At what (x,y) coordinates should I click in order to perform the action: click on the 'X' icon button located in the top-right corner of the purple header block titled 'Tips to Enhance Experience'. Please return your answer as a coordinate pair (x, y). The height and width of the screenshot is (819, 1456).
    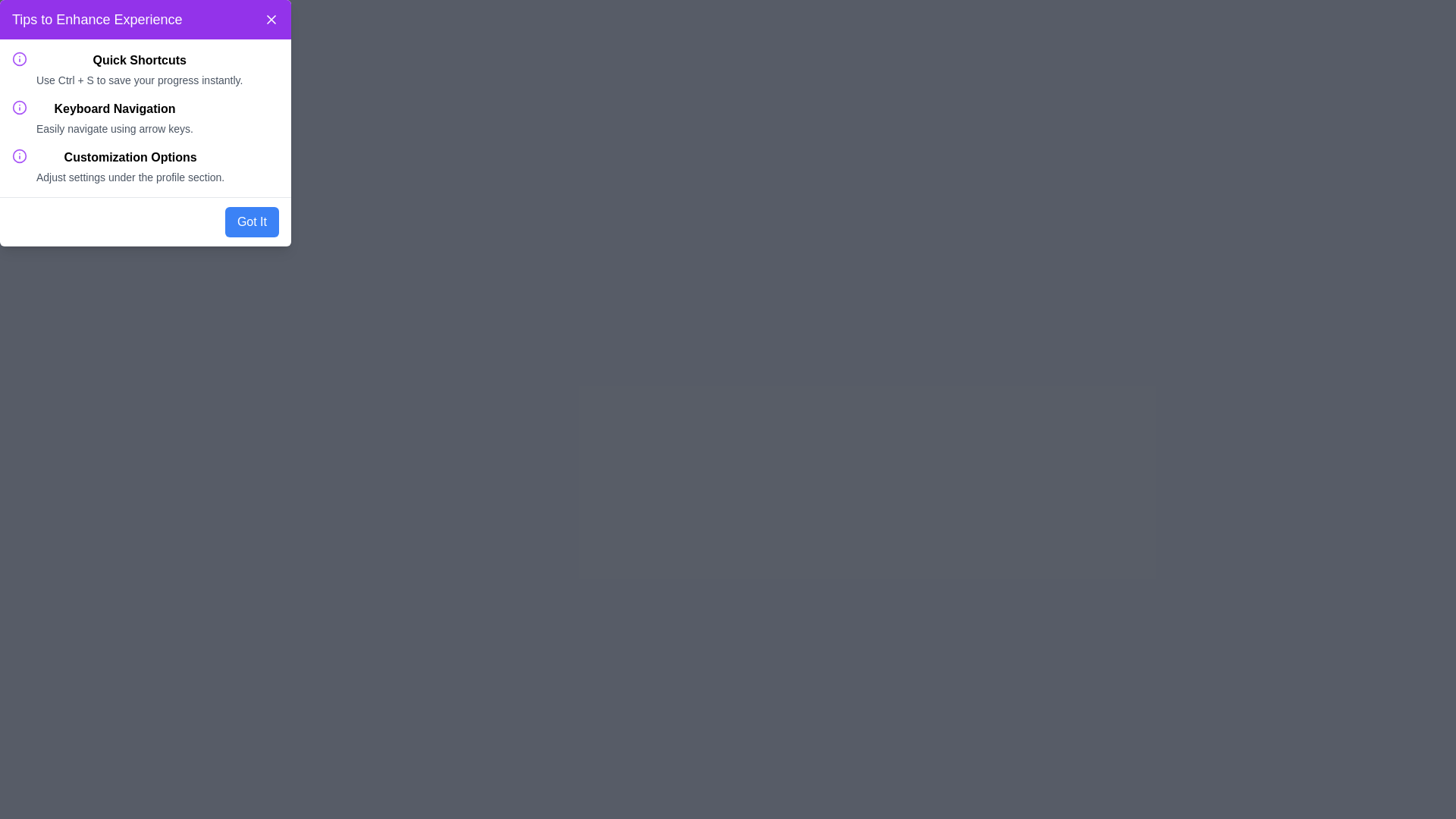
    Looking at the image, I should click on (271, 20).